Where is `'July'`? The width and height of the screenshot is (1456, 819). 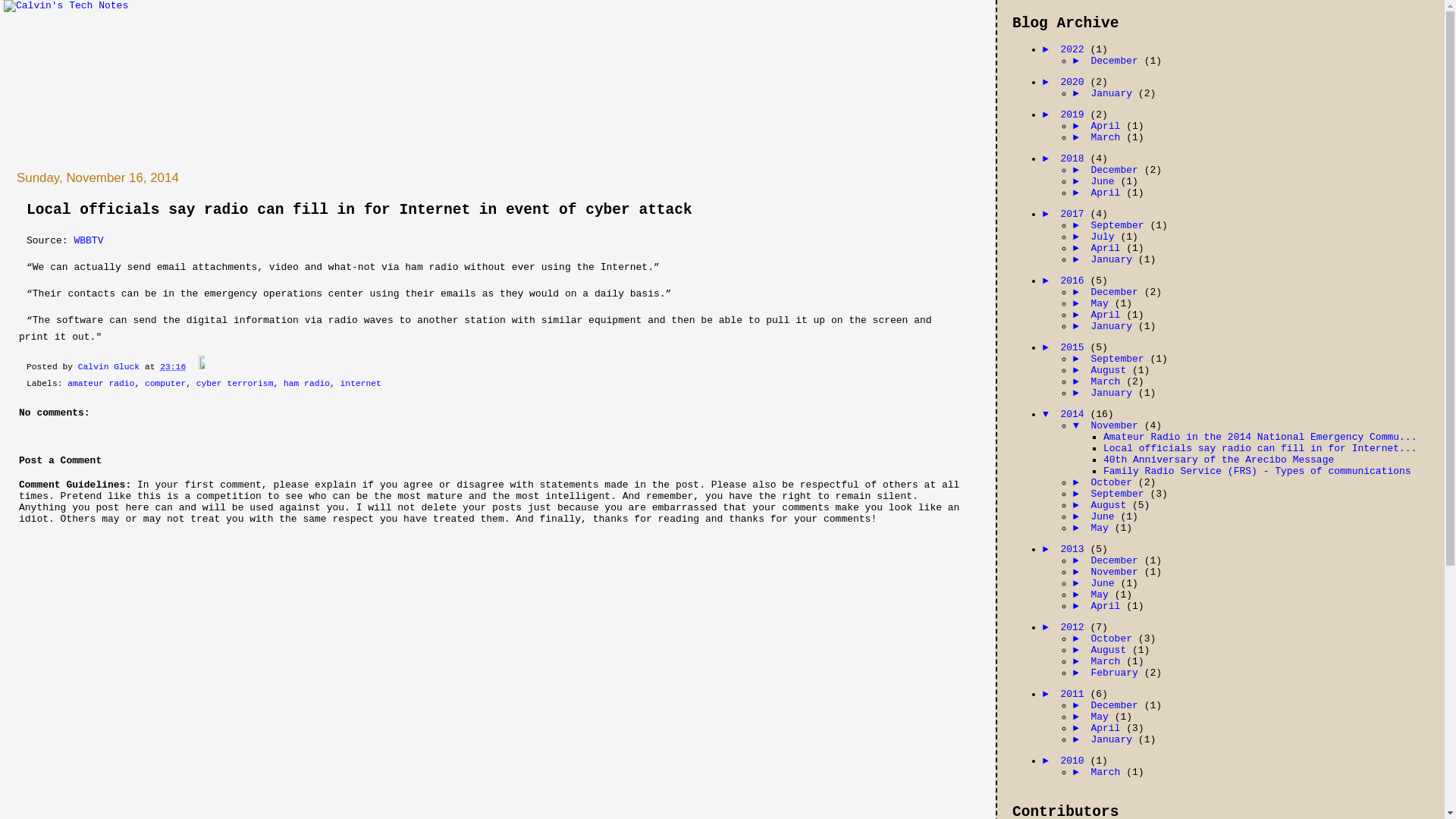
'July' is located at coordinates (1090, 237).